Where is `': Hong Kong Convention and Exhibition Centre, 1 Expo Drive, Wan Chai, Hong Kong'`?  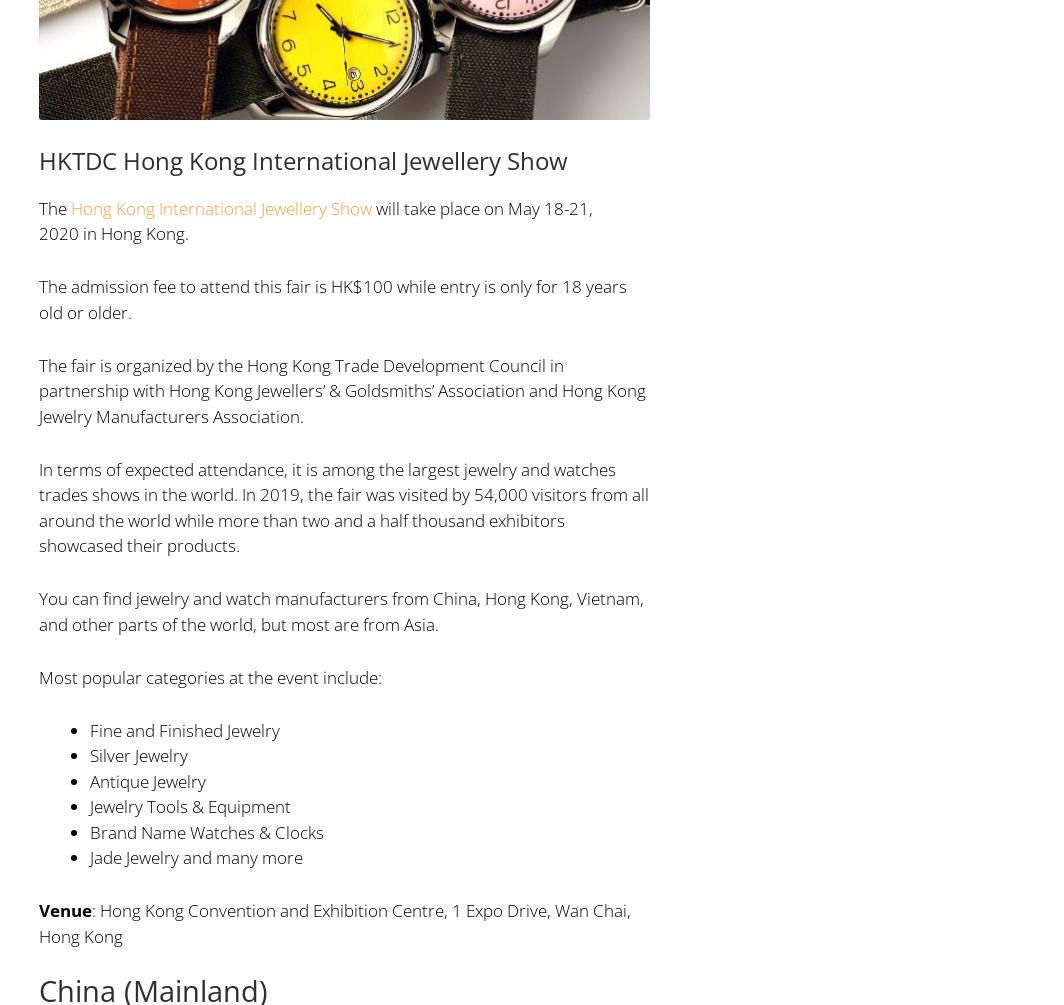 ': Hong Kong Convention and Exhibition Centre, 1 Expo Drive, Wan Chai, Hong Kong' is located at coordinates (37, 921).